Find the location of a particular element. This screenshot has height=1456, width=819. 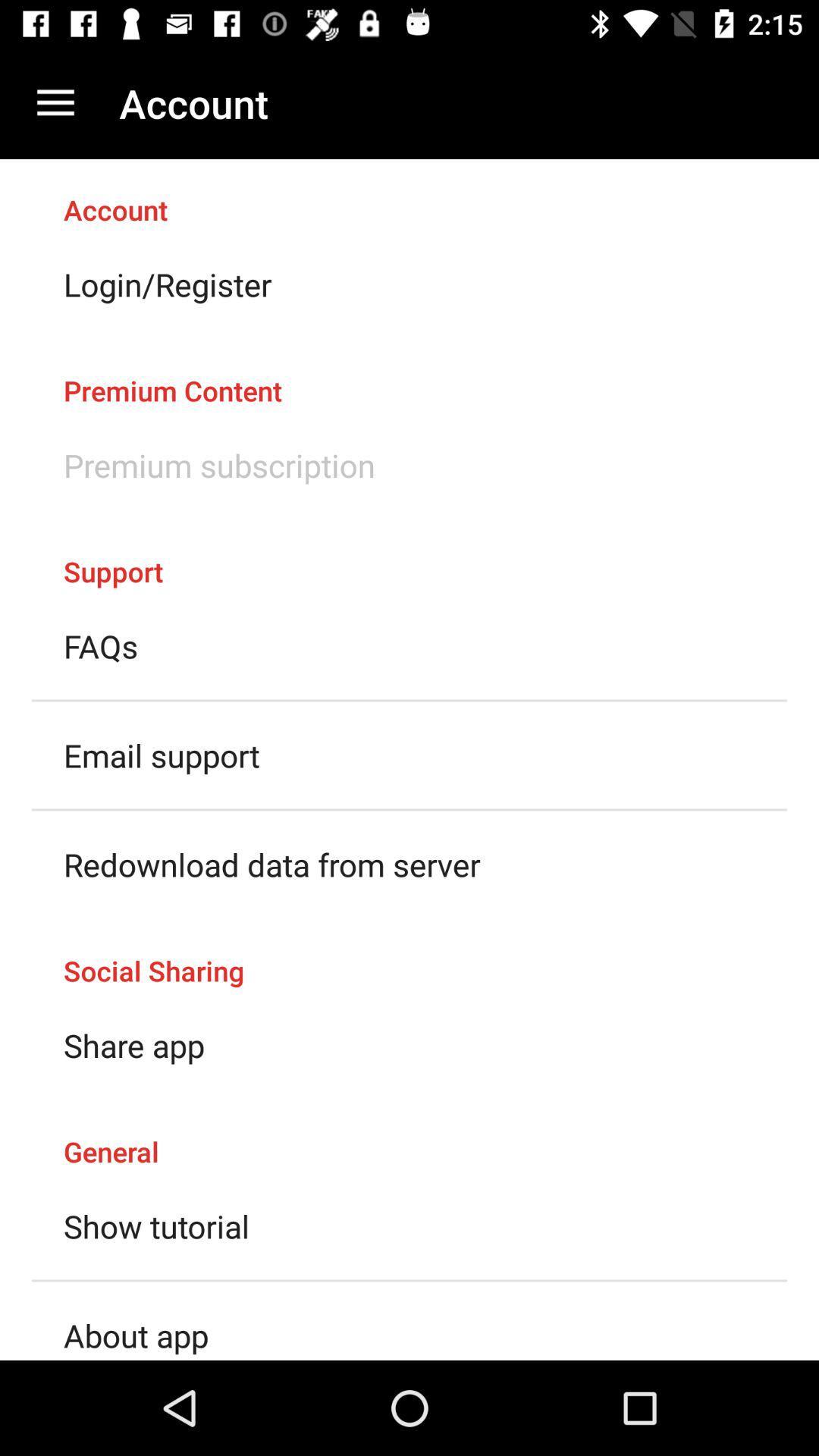

the premium content item is located at coordinates (409, 375).